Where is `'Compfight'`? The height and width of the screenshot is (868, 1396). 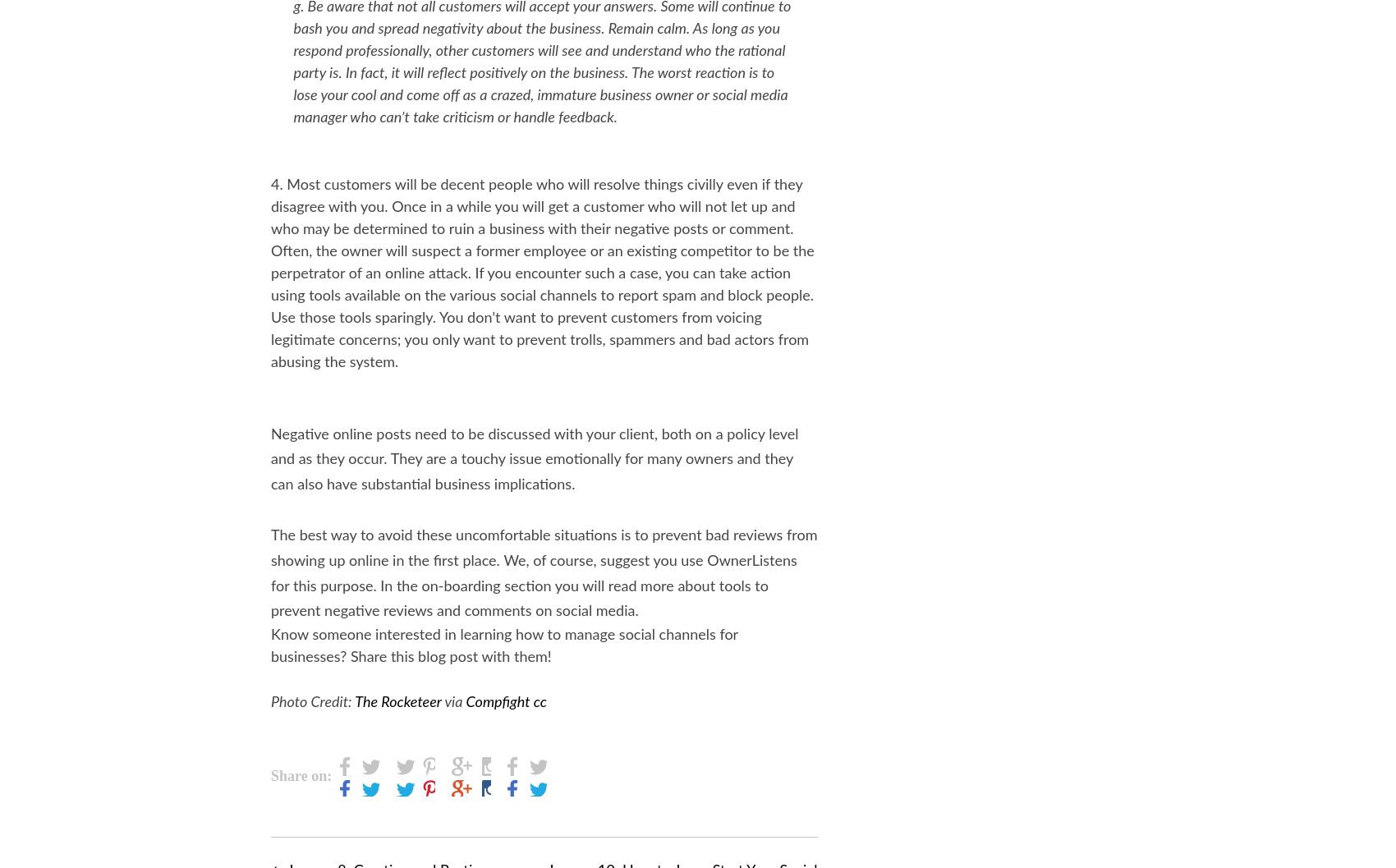
'Compfight' is located at coordinates (497, 701).